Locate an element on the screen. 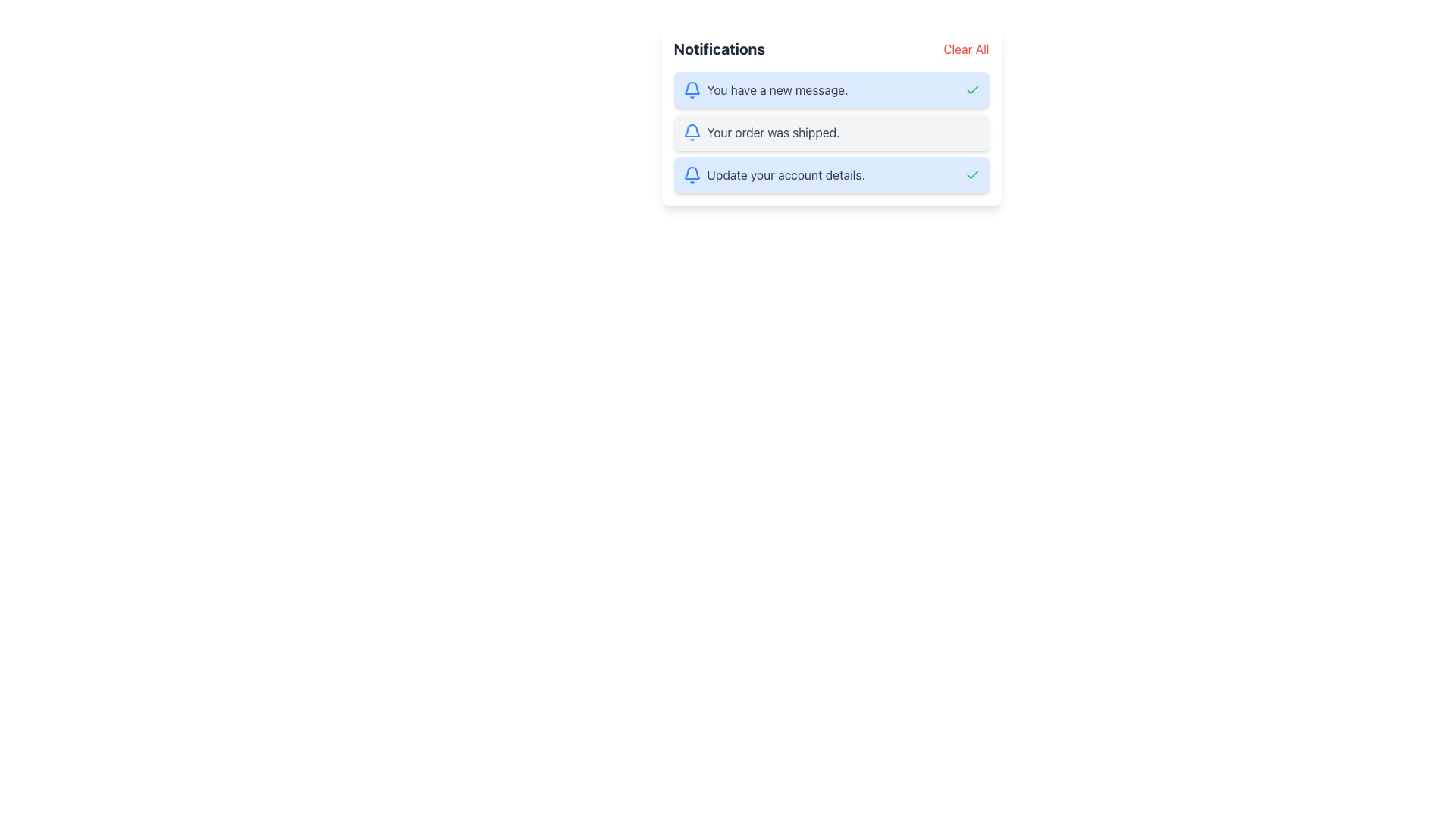  the text label that reads 'Update your account details.' which is displayed in medium gray font within a notification card at the bottom of the list is located at coordinates (786, 174).